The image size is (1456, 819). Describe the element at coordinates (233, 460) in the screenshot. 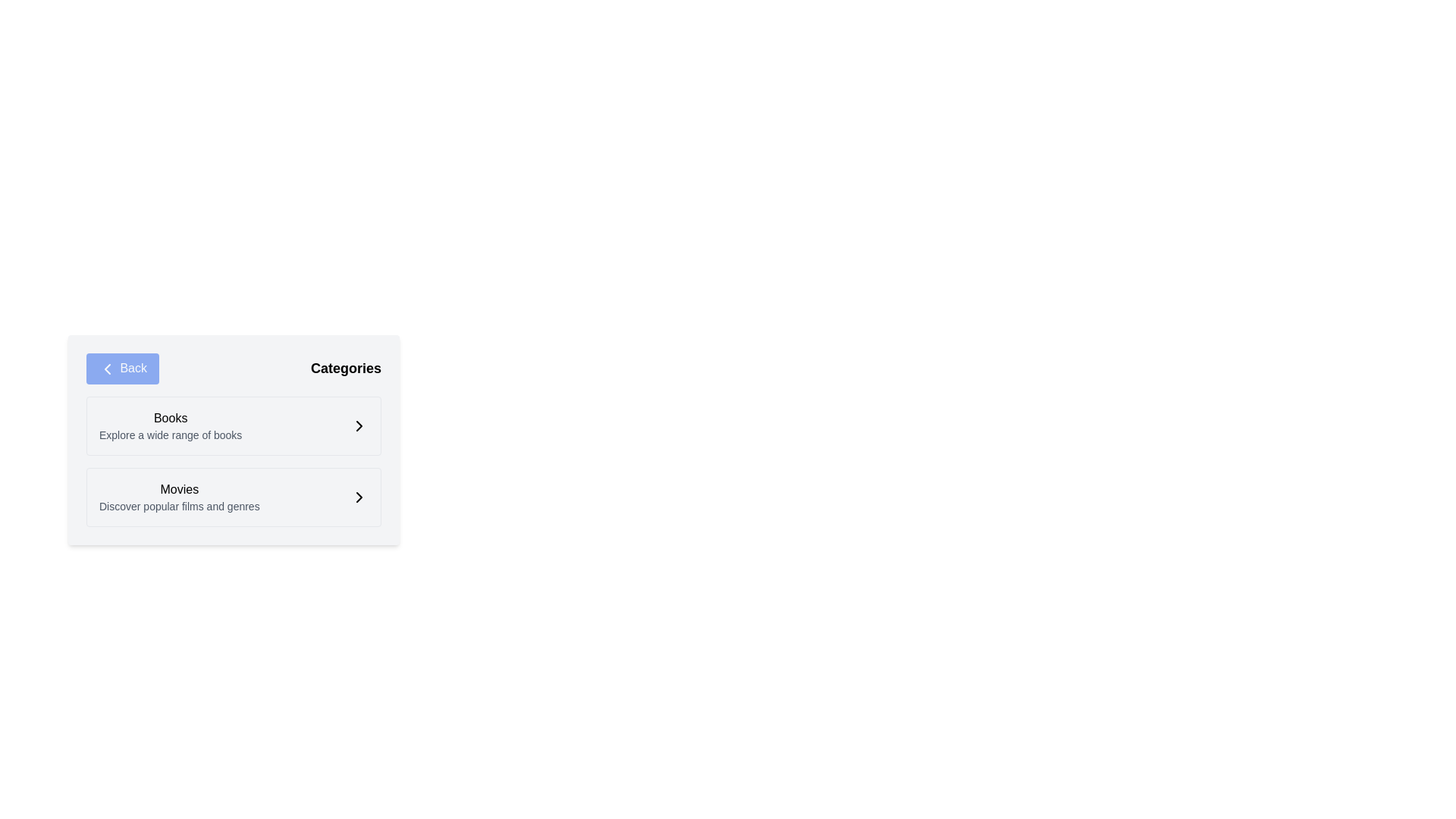

I see `the Navigation menu rows to view context menu options for categories such as 'Books' and 'Movies'` at that location.